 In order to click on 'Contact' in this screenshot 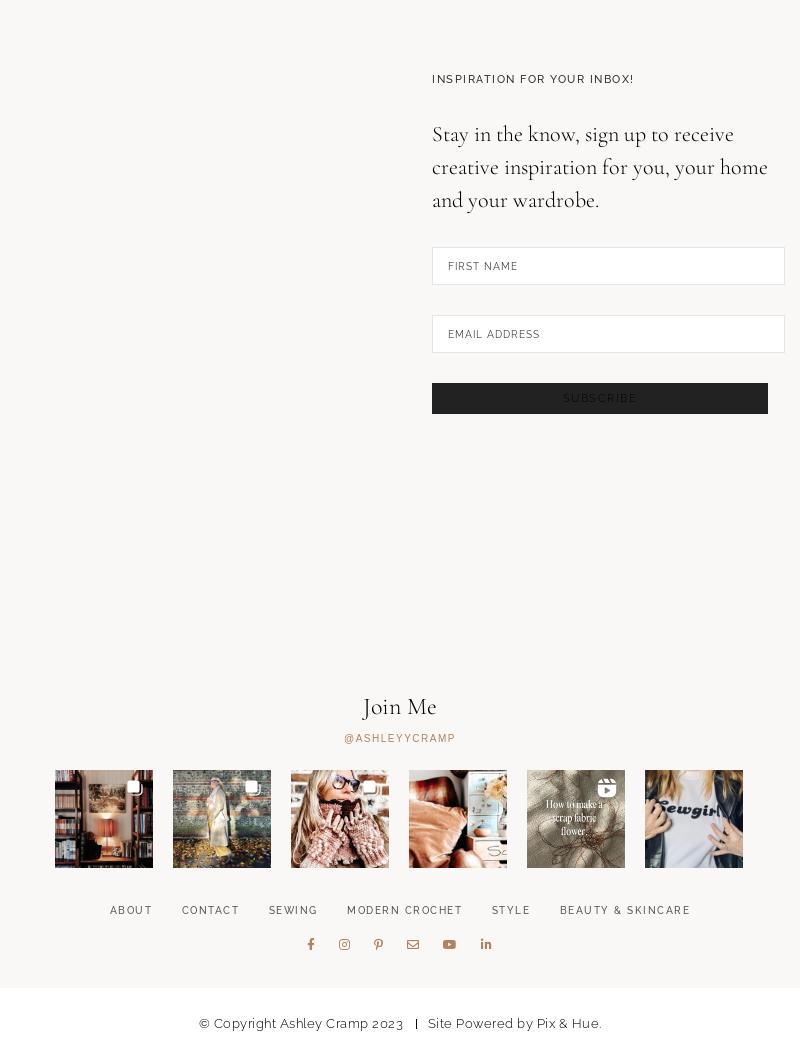, I will do `click(180, 1011)`.